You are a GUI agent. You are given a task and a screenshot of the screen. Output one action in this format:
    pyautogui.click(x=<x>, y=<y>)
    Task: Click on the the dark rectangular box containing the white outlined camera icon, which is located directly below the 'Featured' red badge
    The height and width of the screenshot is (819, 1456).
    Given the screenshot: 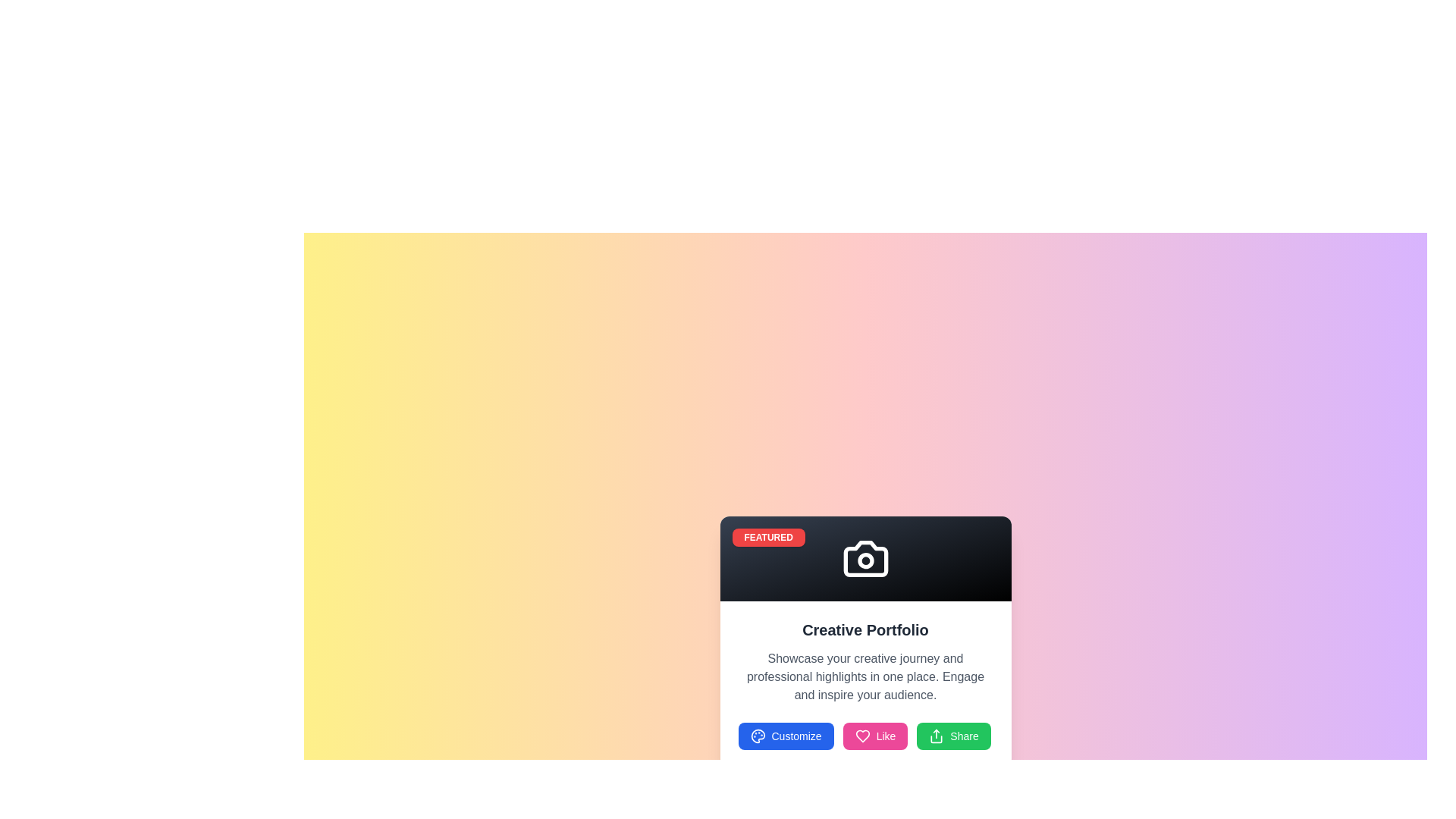 What is the action you would take?
    pyautogui.click(x=865, y=558)
    